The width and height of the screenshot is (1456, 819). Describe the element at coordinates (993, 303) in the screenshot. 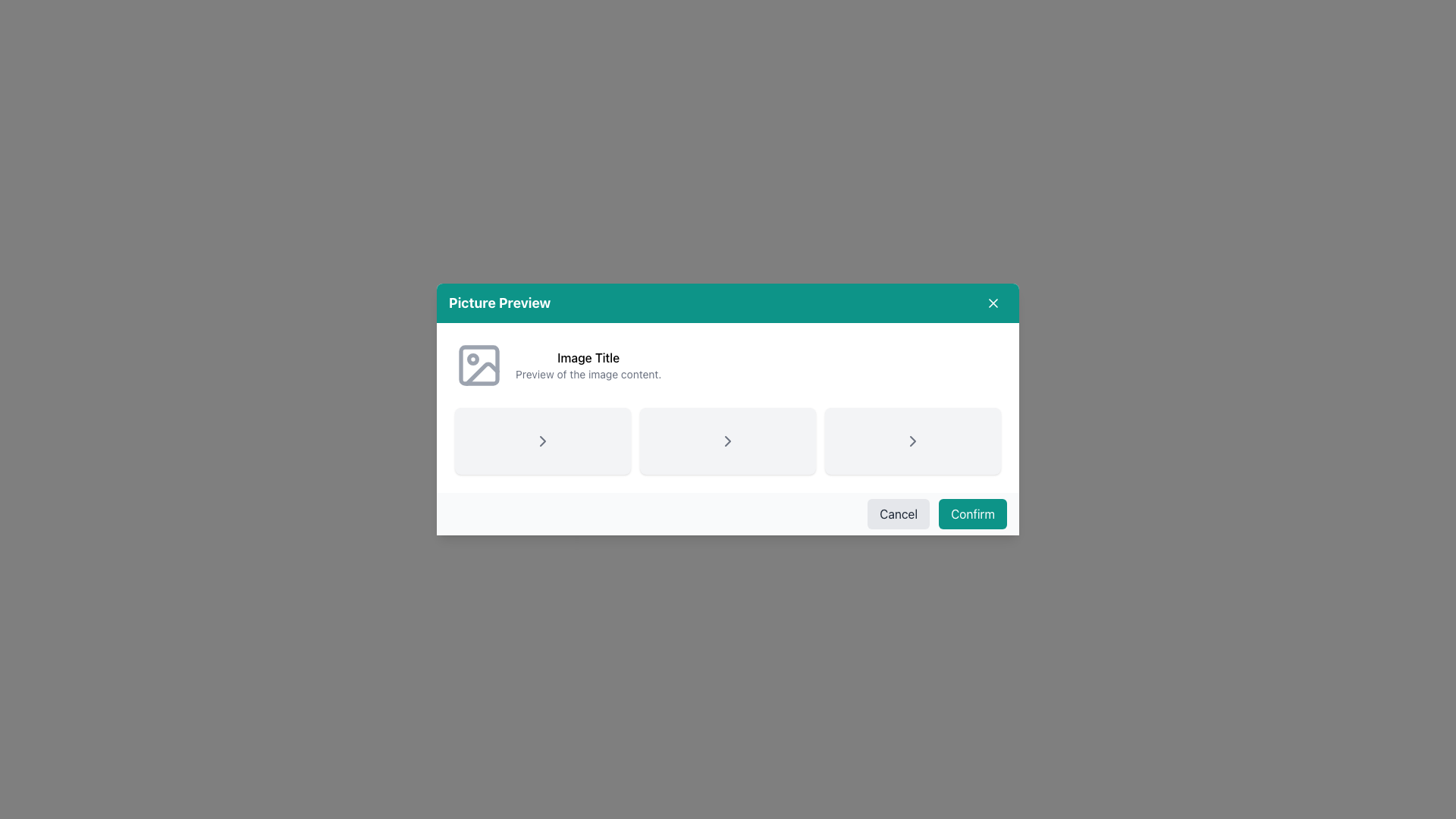

I see `the circular button with a teal background and a white 'X' icon located at the top-right corner of the modal header, next to the title text 'Picture Preview'` at that location.